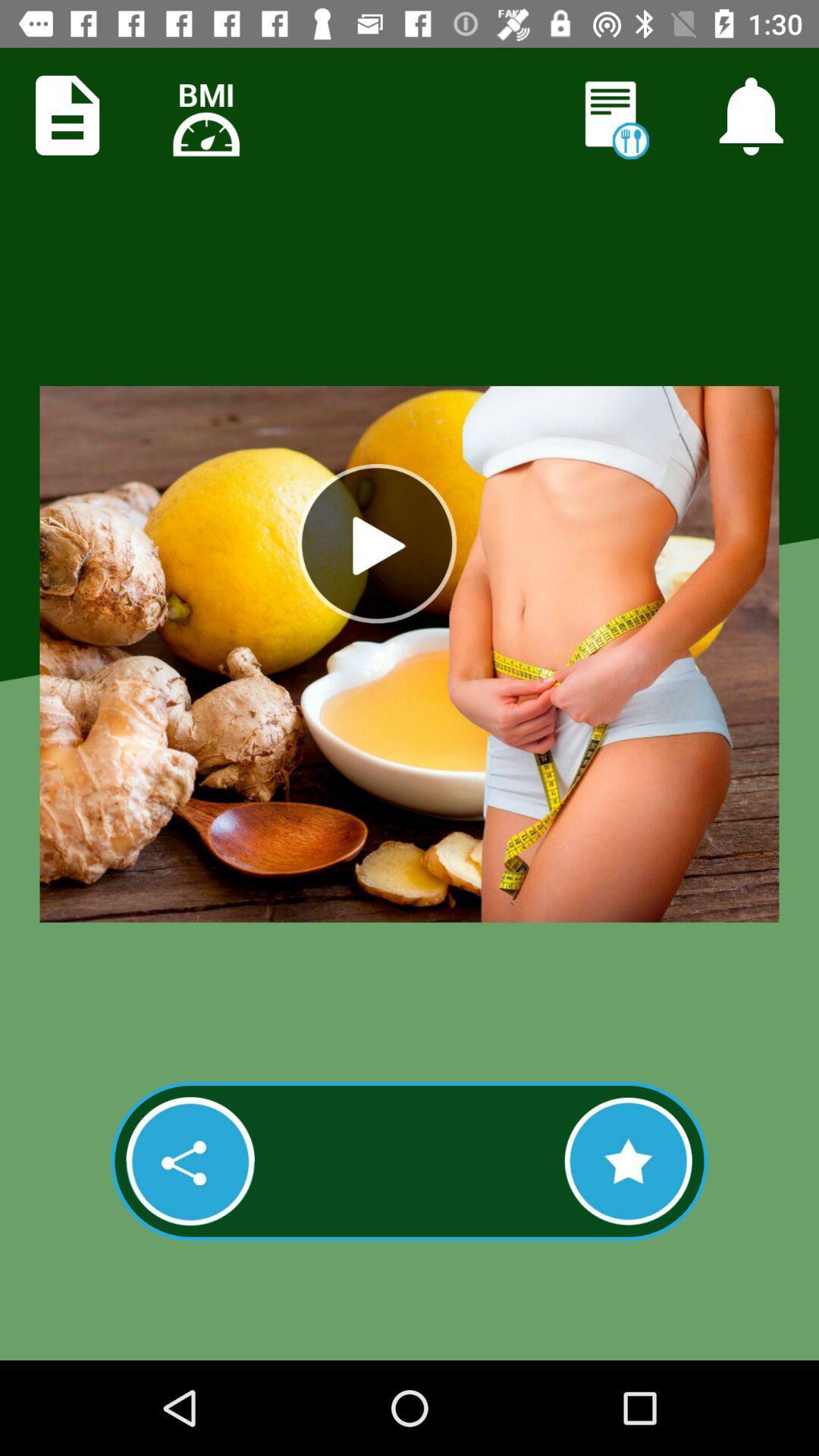 Image resolution: width=819 pixels, height=1456 pixels. I want to click on notifications available, so click(751, 115).